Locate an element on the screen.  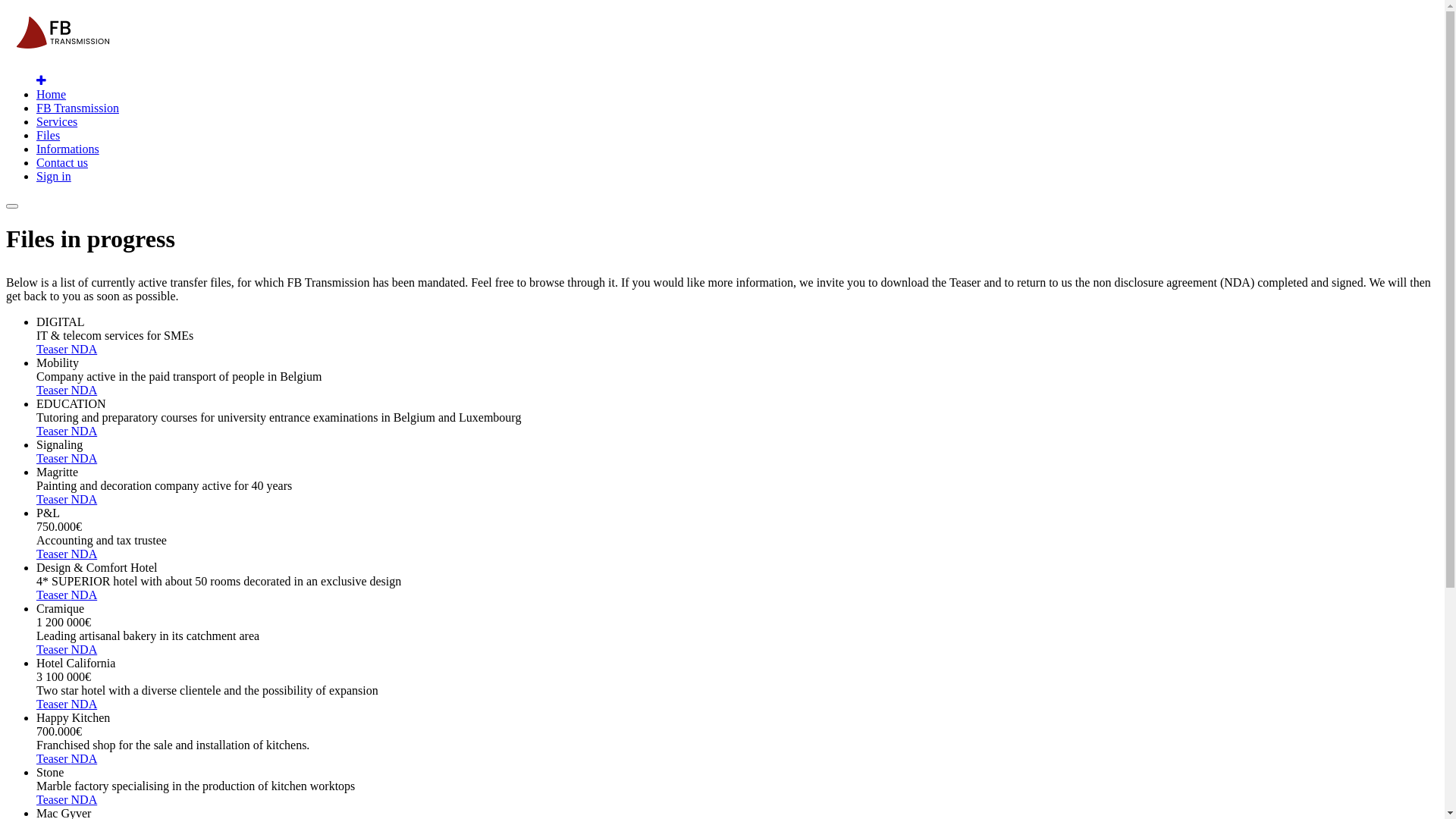
'Teaser' is located at coordinates (54, 431).